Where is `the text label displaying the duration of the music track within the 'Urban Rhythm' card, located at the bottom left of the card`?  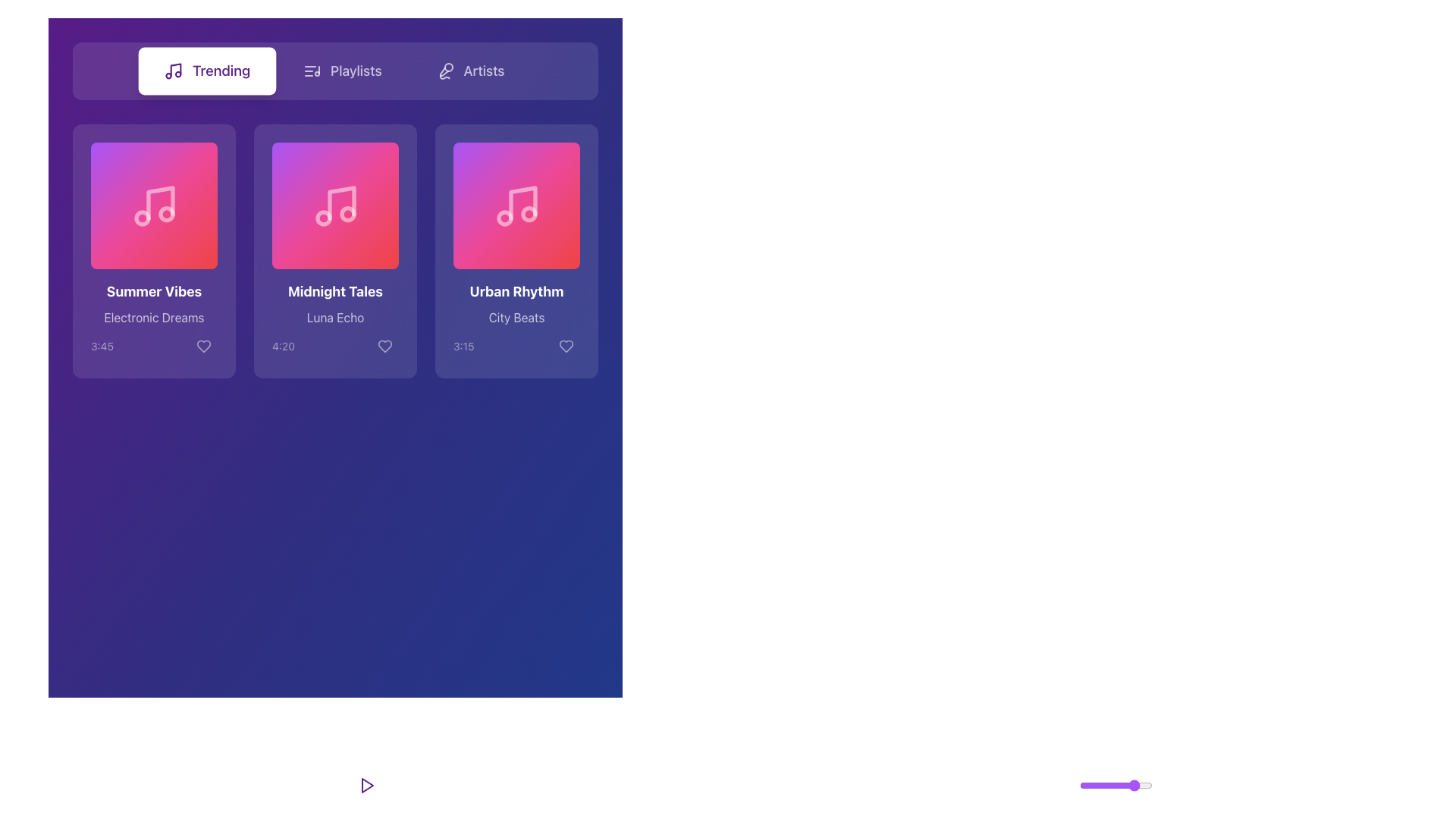
the text label displaying the duration of the music track within the 'Urban Rhythm' card, located at the bottom left of the card is located at coordinates (463, 346).